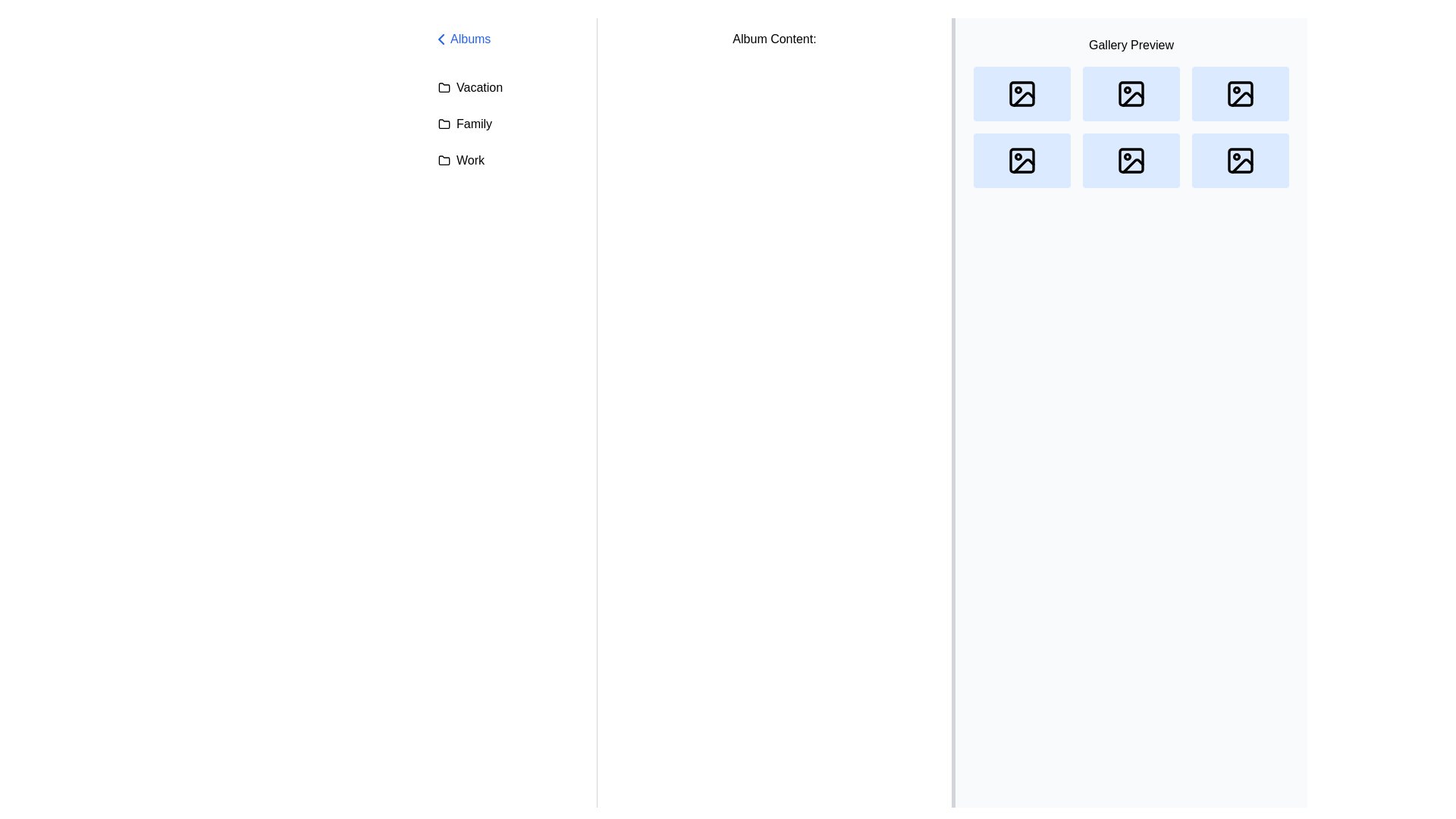 This screenshot has width=1456, height=819. Describe the element at coordinates (1241, 161) in the screenshot. I see `the decorative image placeholder located at the bottom-right corner of the 3x2 grid layout under the 'Gallery Preview' title, which is the sixth item in the grid` at that location.